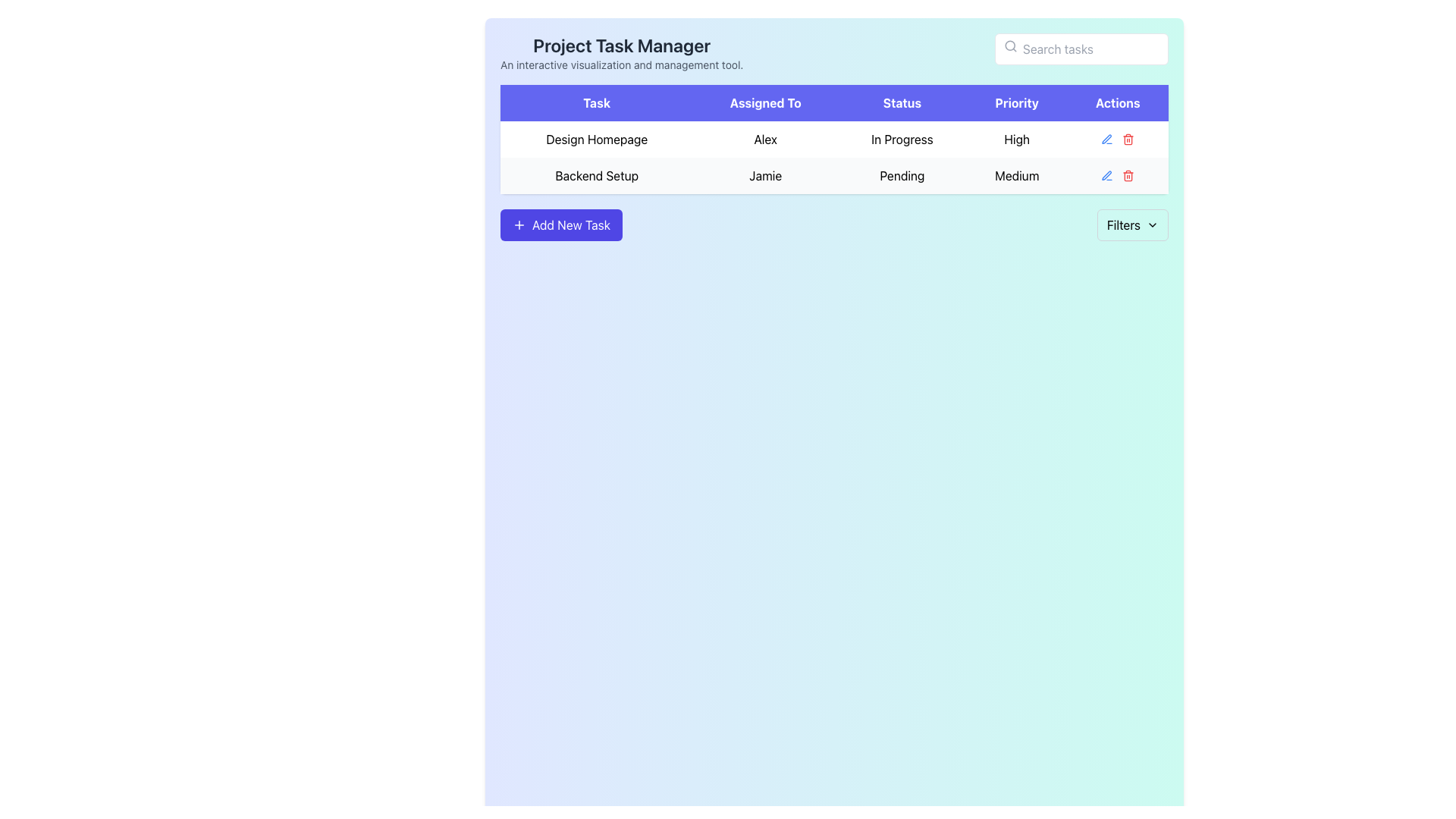 Image resolution: width=1456 pixels, height=819 pixels. What do you see at coordinates (570, 225) in the screenshot?
I see `the 'Add New Task' text label, which is styled in white on a blue background and is part of a button with rounded corners` at bounding box center [570, 225].